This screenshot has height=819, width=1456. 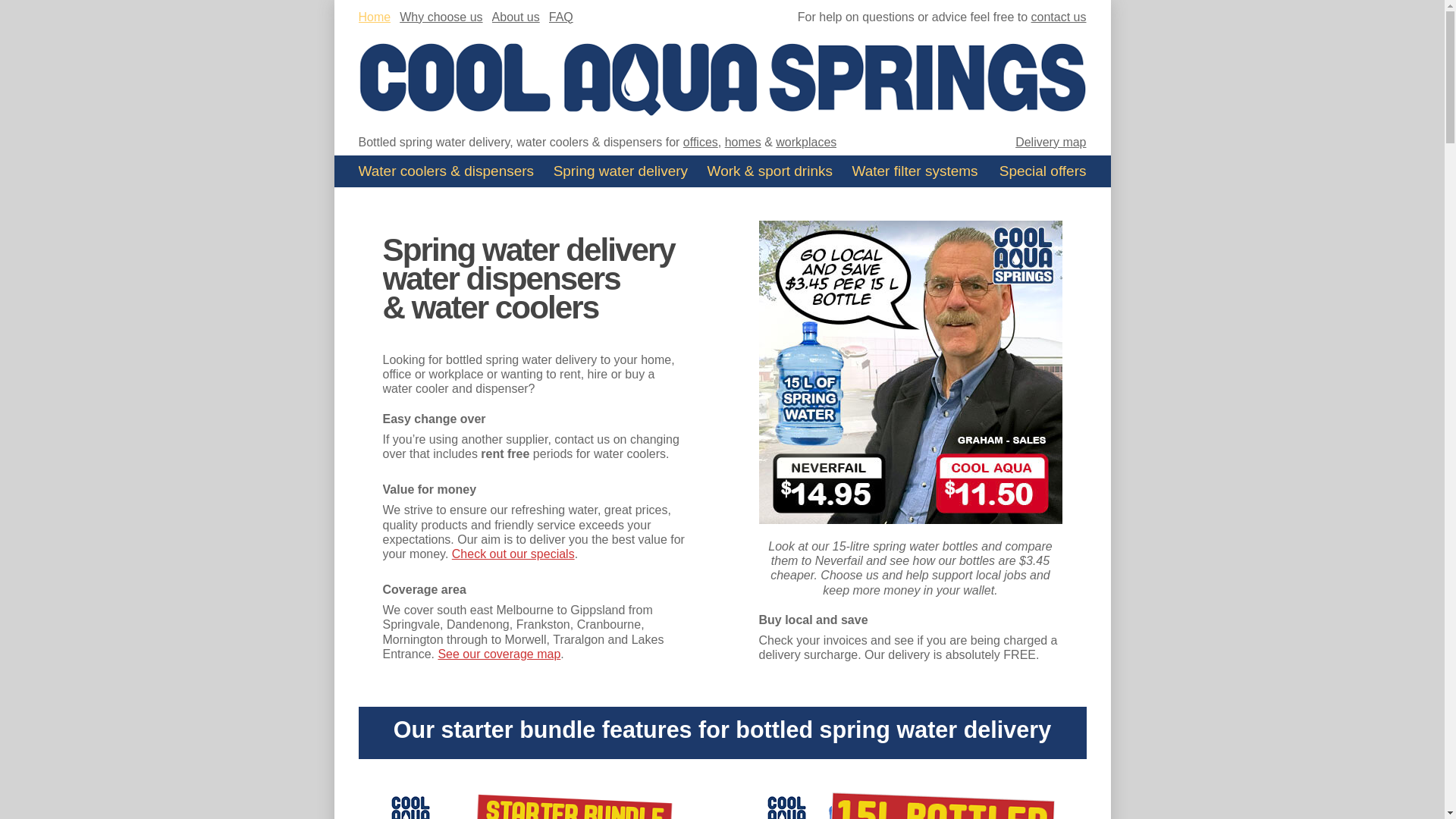 I want to click on 'Home', so click(x=374, y=17).